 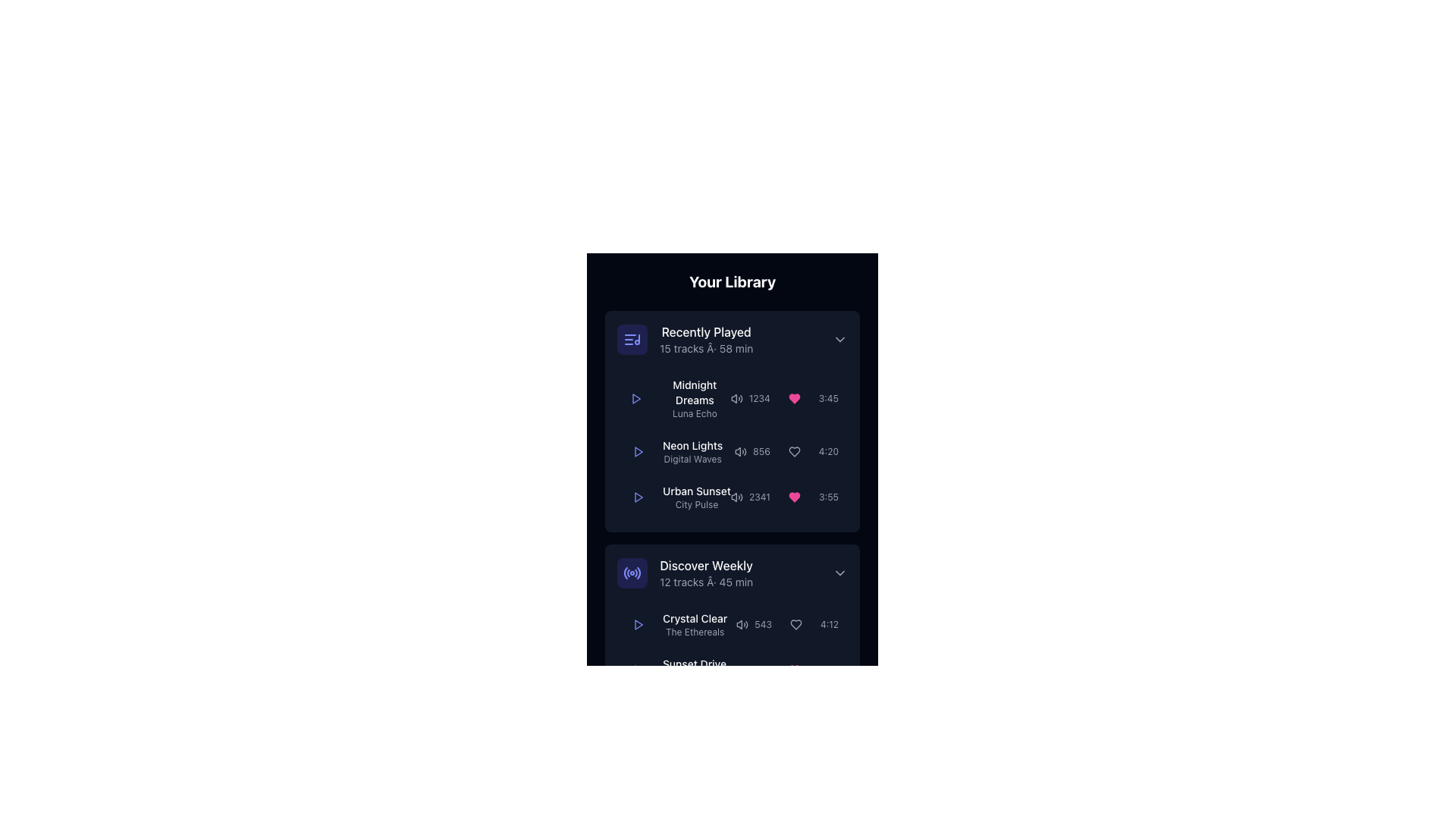 I want to click on the informational text label that identifies the song titled 'Sunset Drive' within the 'Discover Weekly' playlist, so click(x=694, y=663).